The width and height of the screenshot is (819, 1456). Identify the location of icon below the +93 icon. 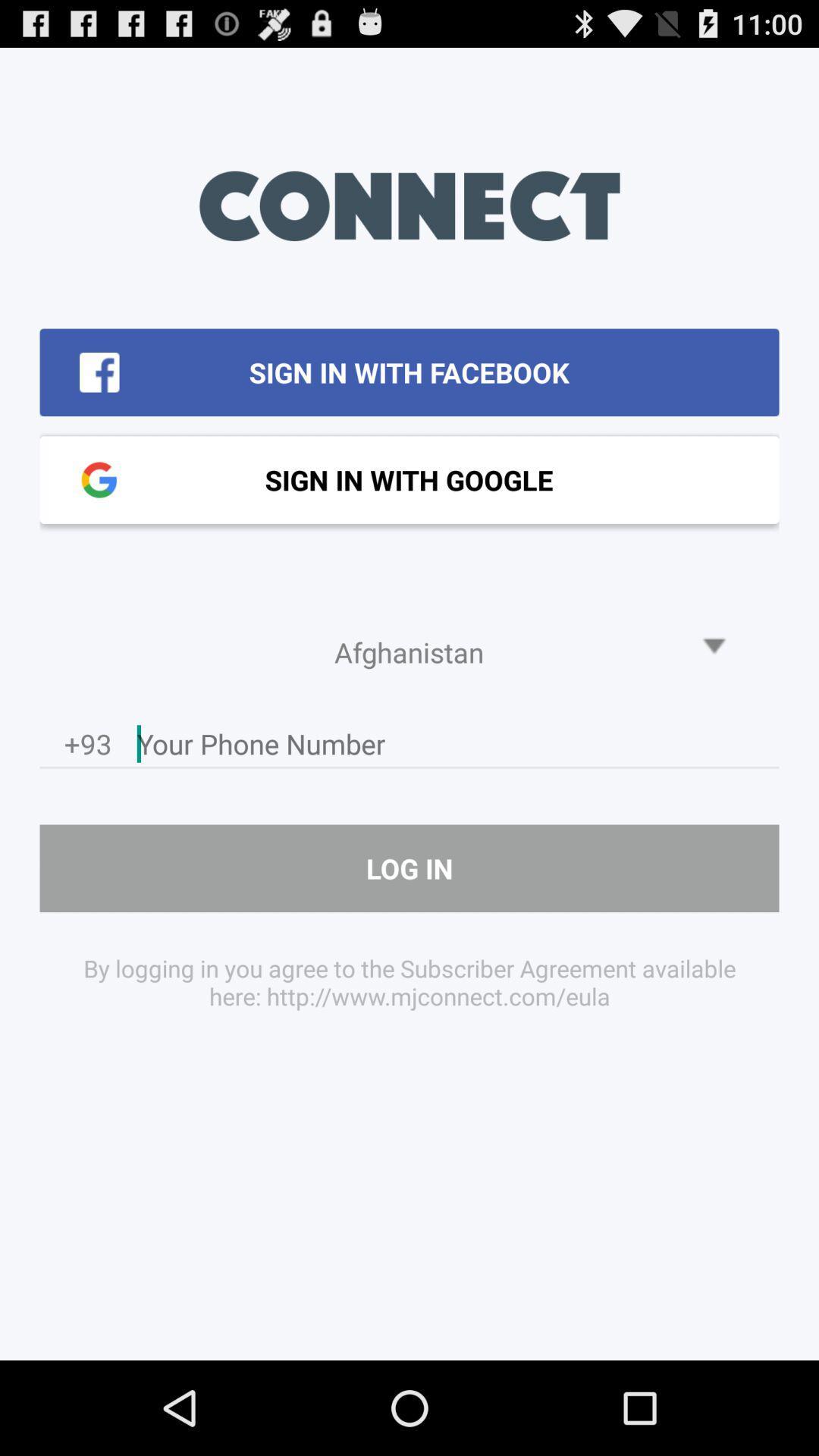
(409, 868).